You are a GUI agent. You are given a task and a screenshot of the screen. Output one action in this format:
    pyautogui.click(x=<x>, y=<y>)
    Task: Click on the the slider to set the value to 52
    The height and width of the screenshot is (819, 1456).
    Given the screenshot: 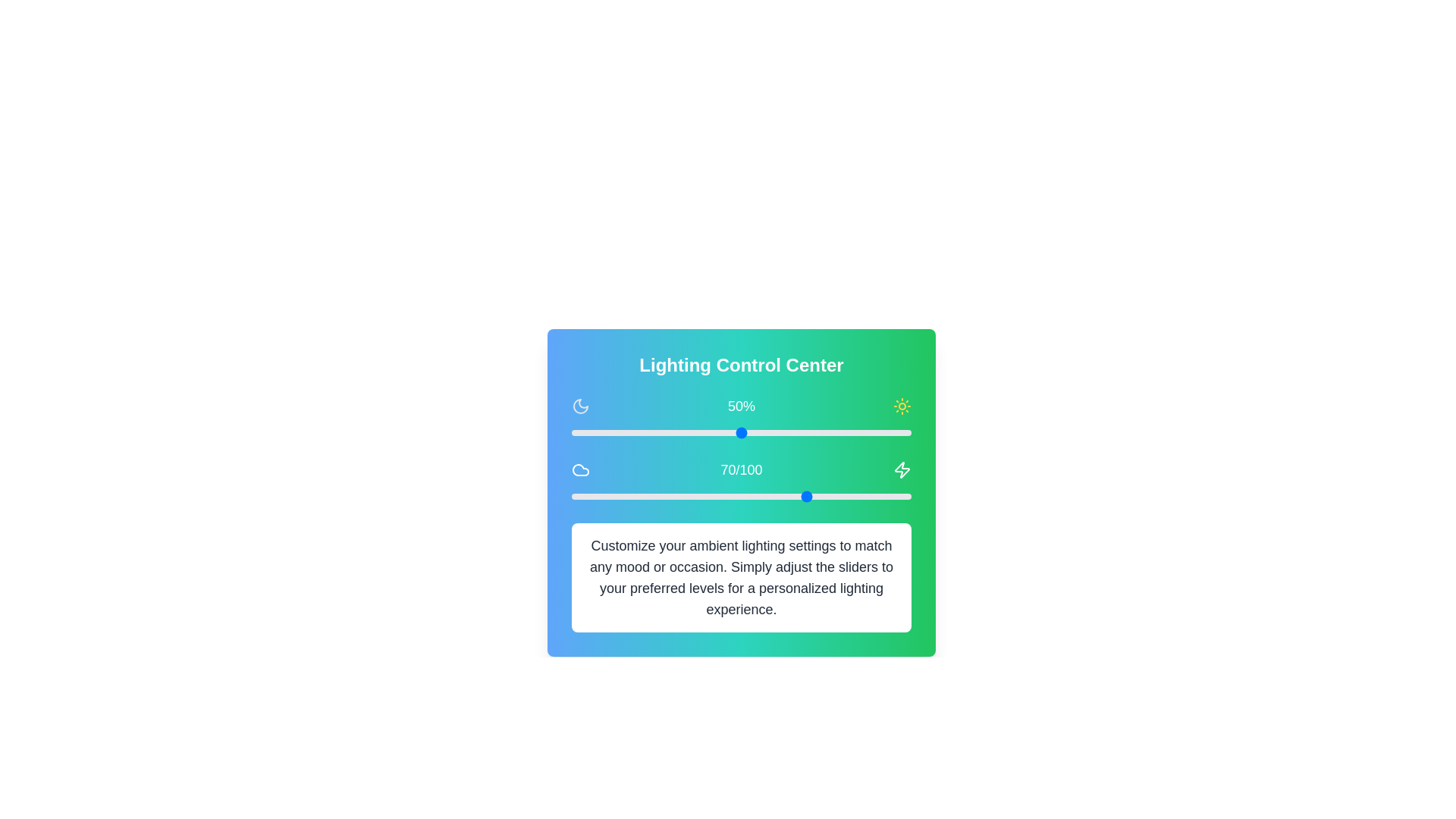 What is the action you would take?
    pyautogui.click(x=748, y=432)
    